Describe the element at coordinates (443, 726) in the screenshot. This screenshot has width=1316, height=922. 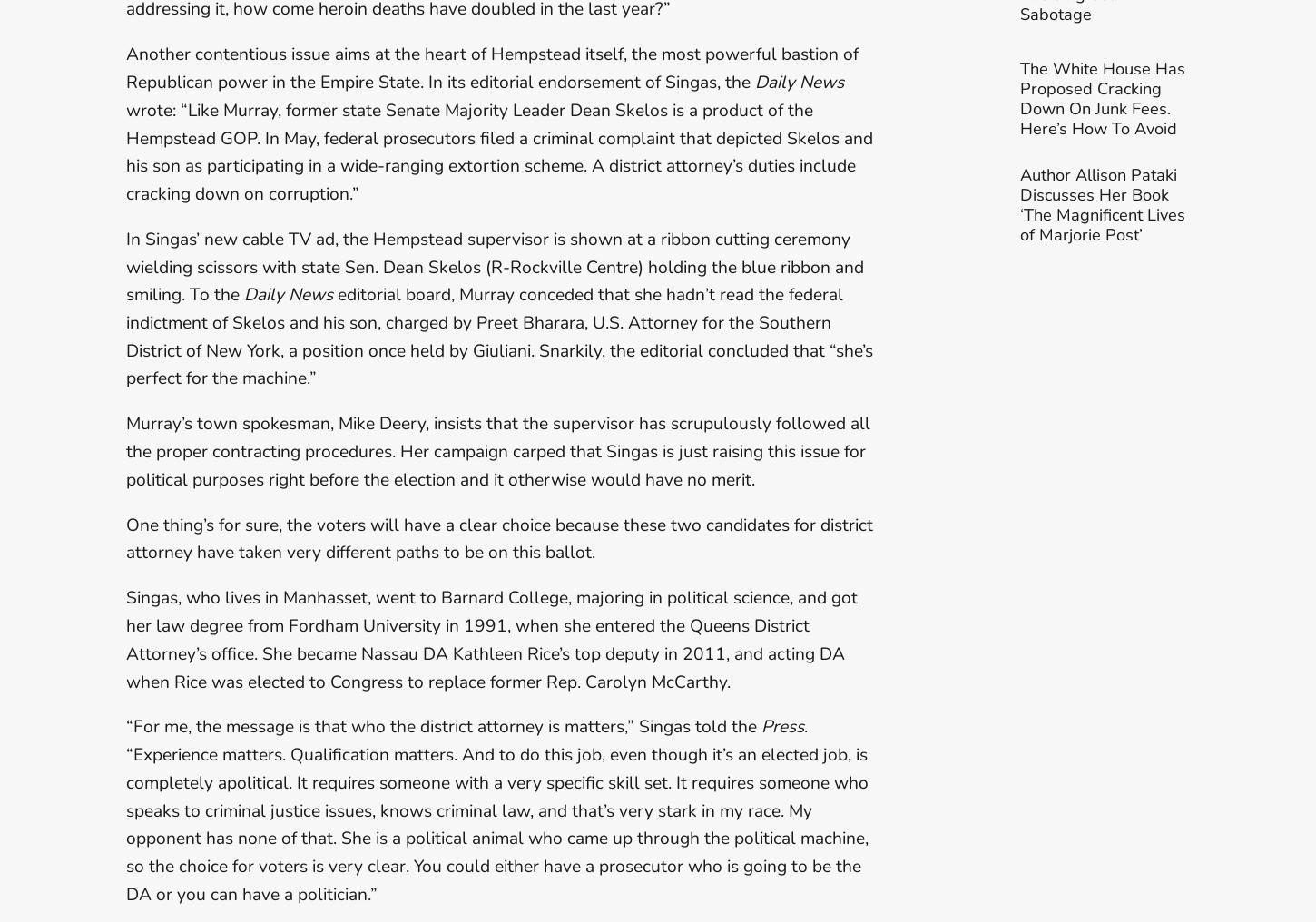
I see `'“For me, the message is that who the district attorney is matters,” Singas told the'` at that location.